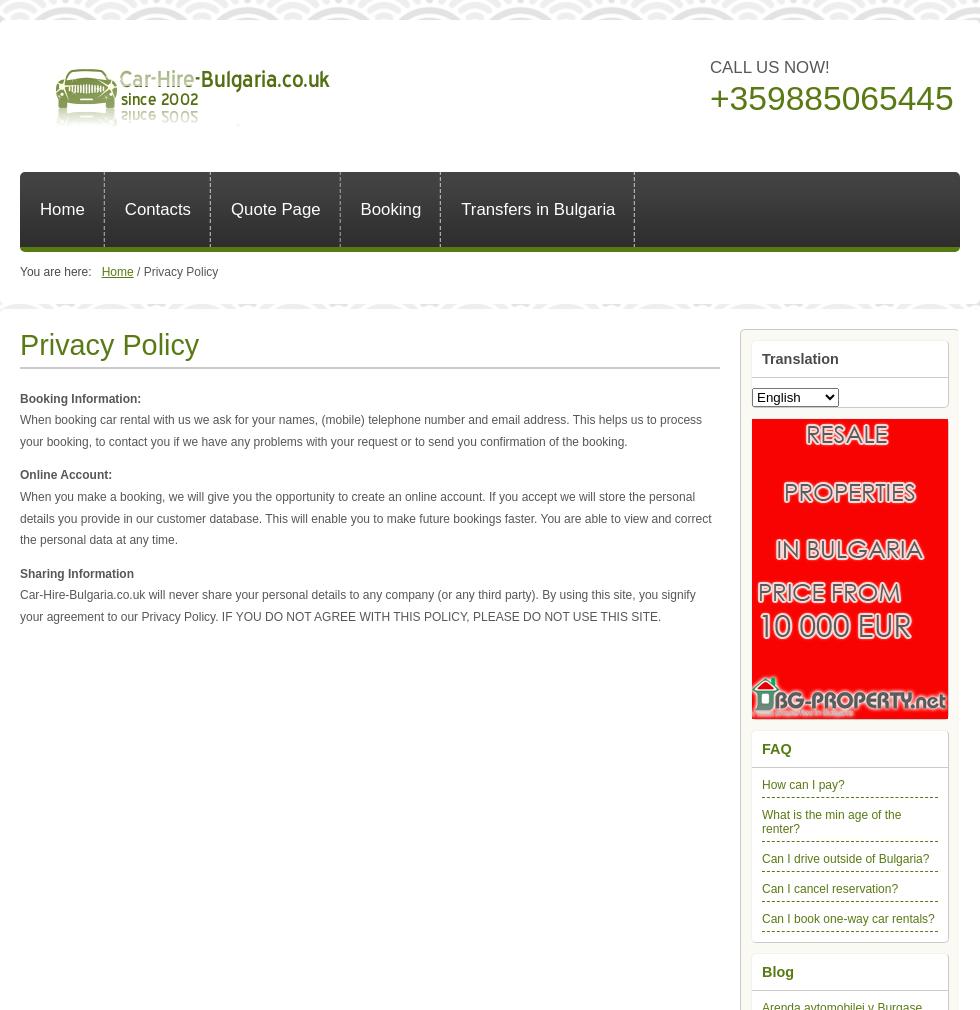  I want to click on 'Can I drive outside of Bulgaria?', so click(845, 857).